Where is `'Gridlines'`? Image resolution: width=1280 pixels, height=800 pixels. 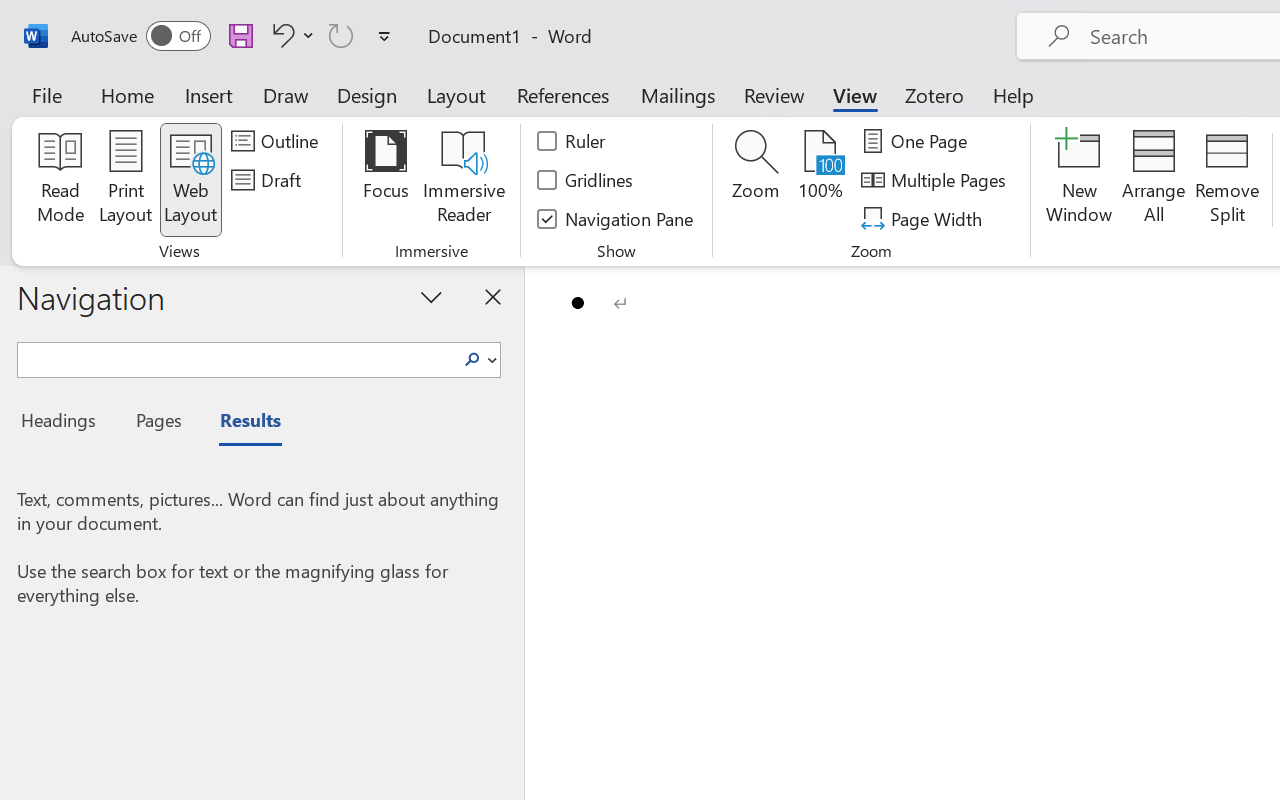
'Gridlines' is located at coordinates (585, 179).